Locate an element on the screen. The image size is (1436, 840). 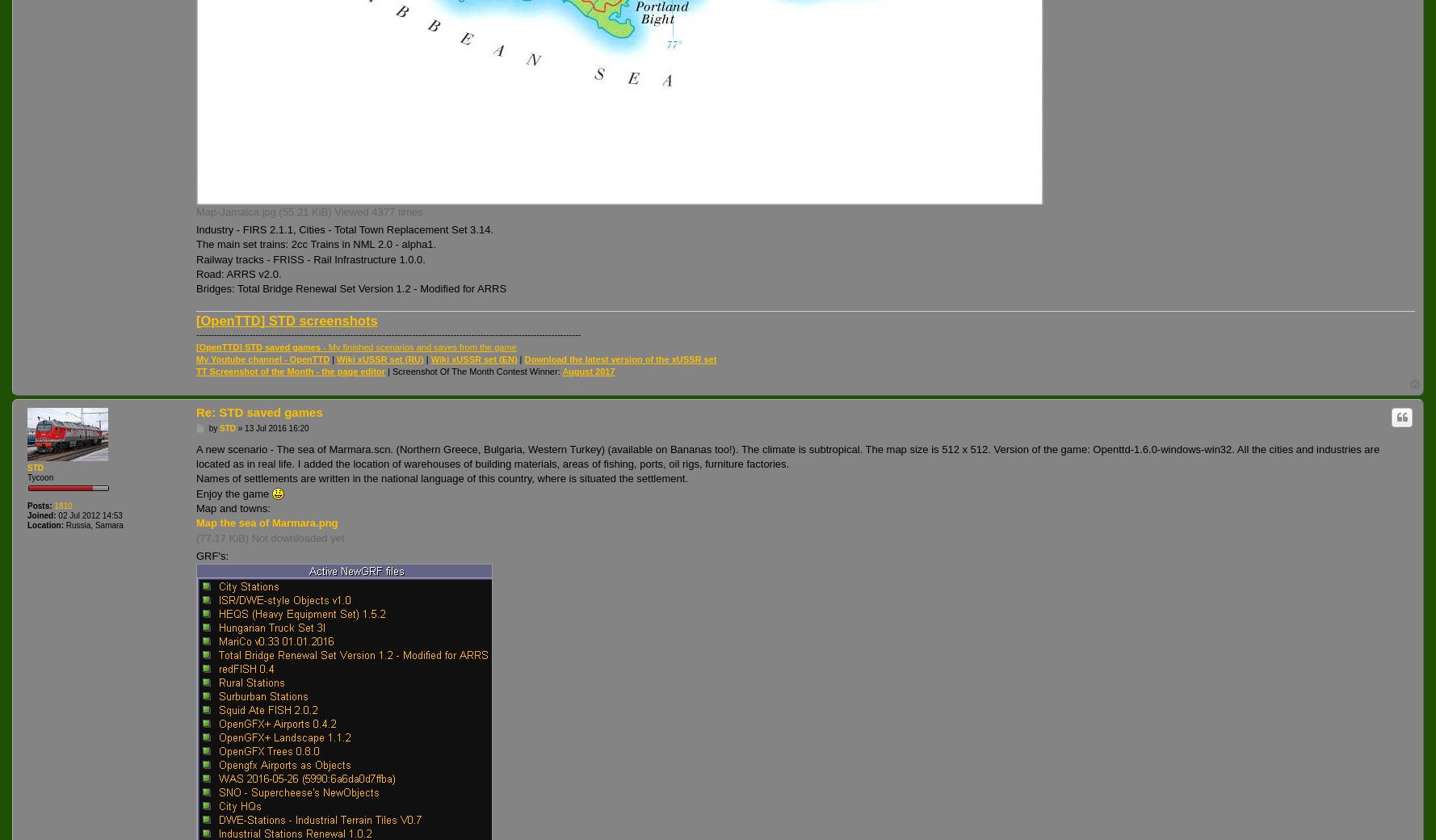
'Tycoon' is located at coordinates (40, 476).